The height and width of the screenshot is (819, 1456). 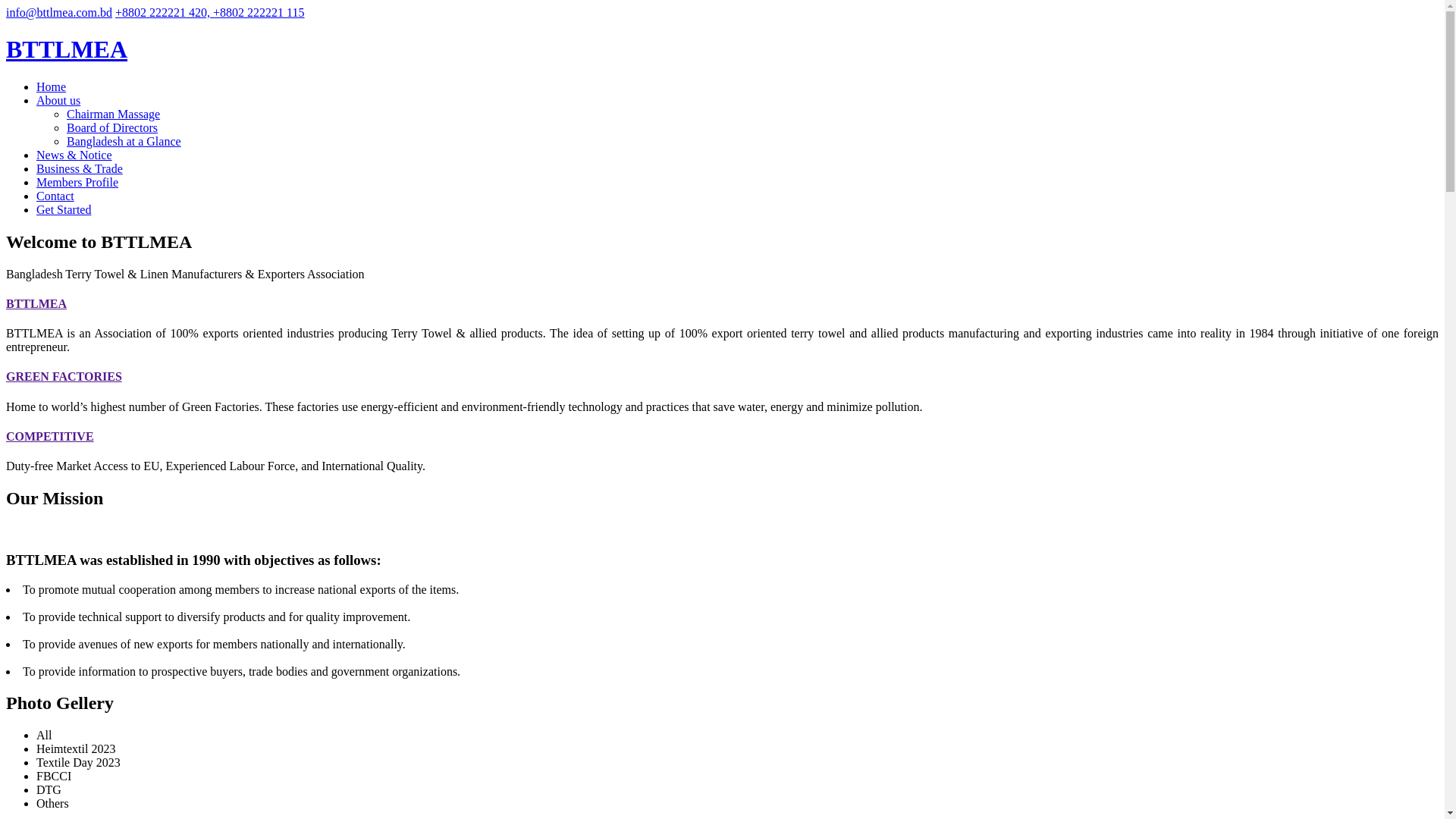 What do you see at coordinates (62, 209) in the screenshot?
I see `'Get Started'` at bounding box center [62, 209].